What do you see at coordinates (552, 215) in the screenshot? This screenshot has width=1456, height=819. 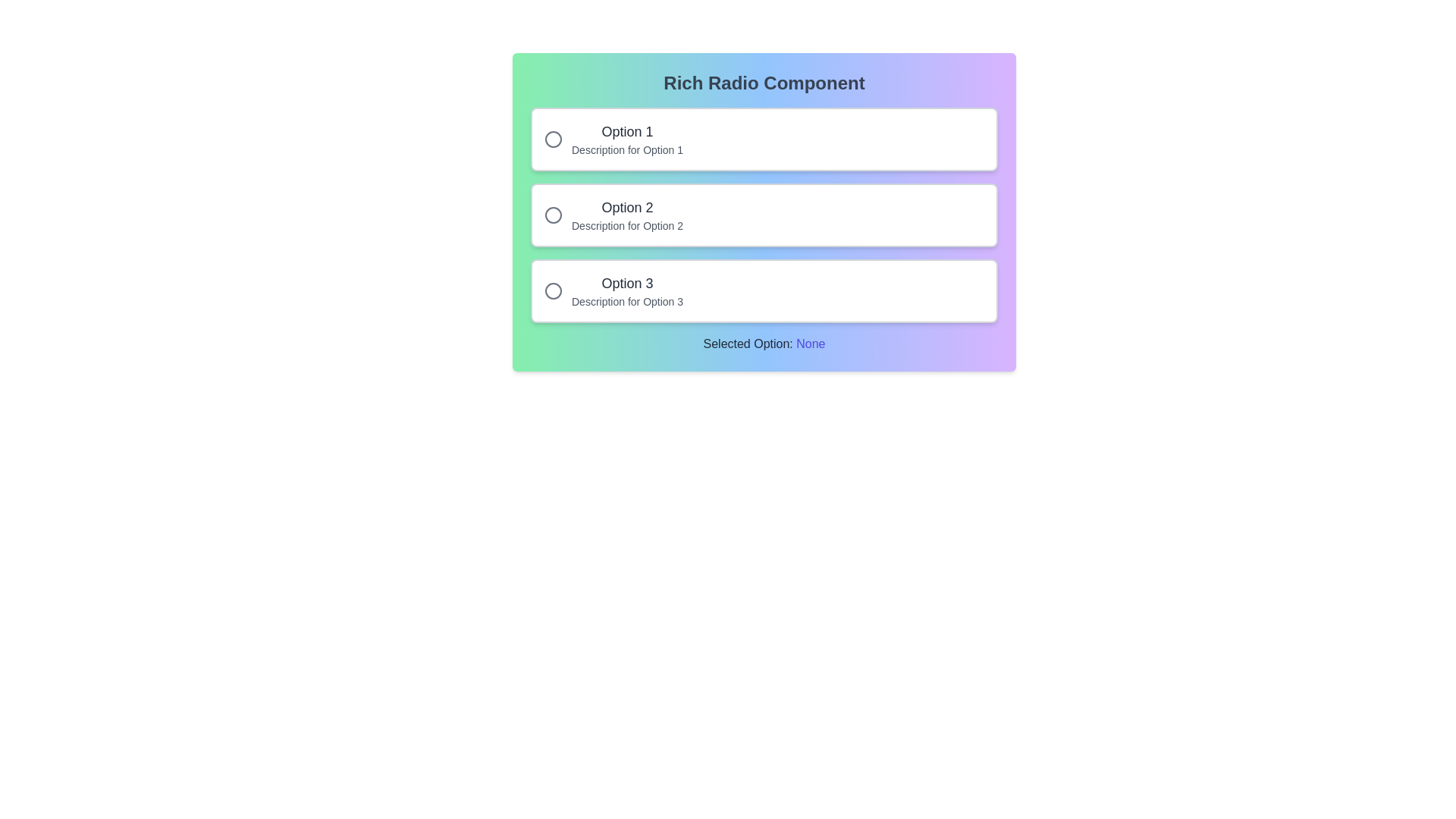 I see `the circular selection mark of the second radio button in a vertical list to interact with the radio button` at bounding box center [552, 215].